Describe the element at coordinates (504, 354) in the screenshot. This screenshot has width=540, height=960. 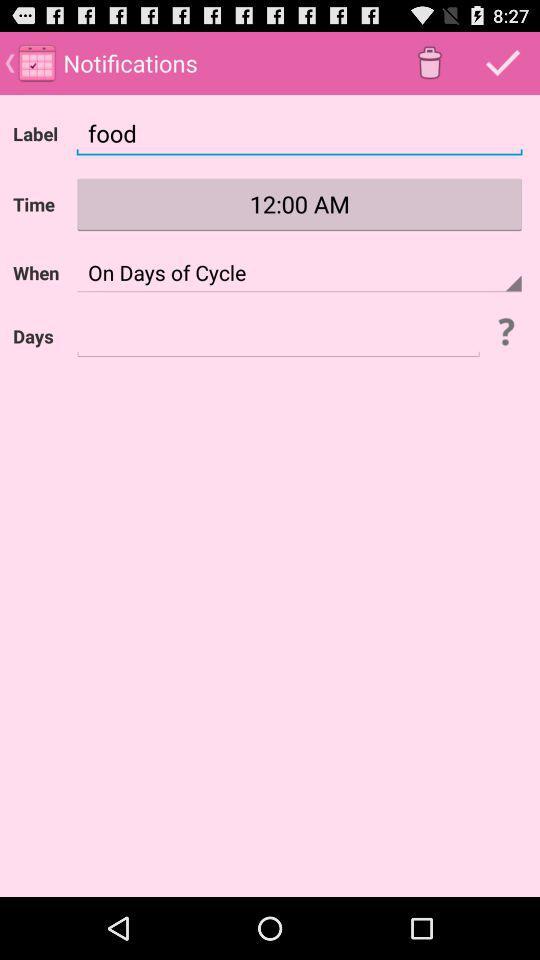
I see `the help icon` at that location.